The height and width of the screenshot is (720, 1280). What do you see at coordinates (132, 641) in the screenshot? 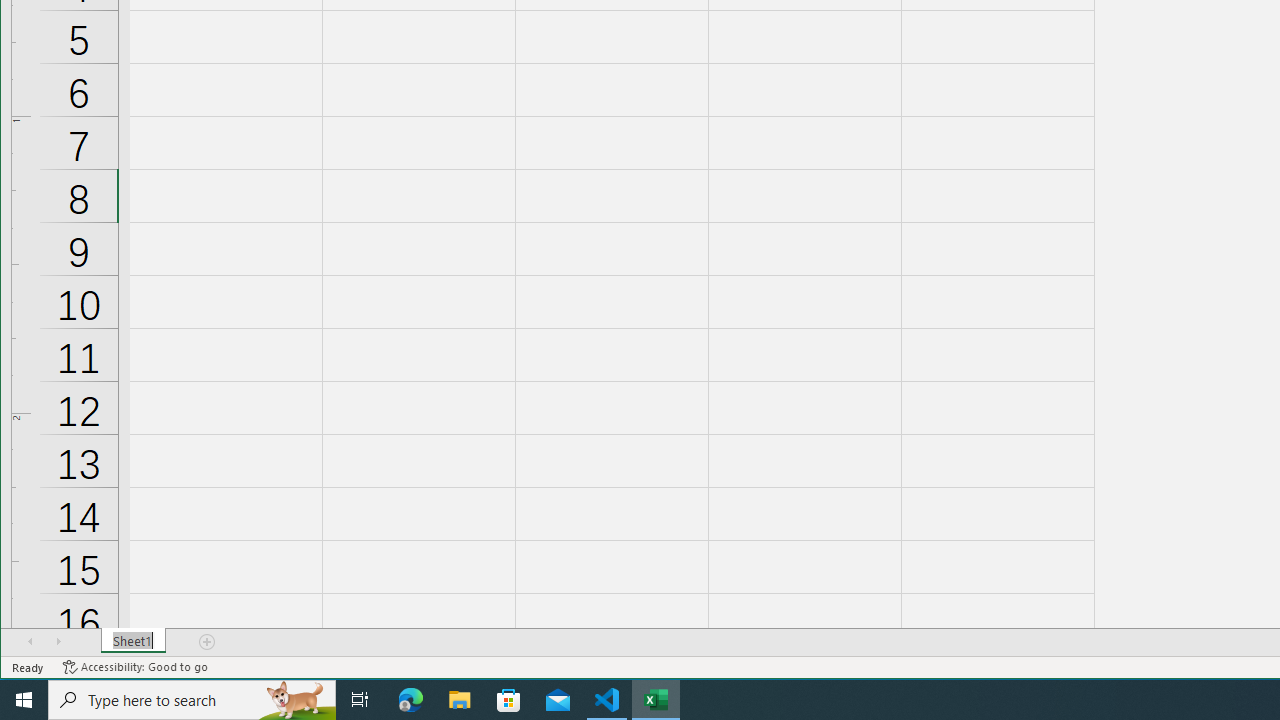
I see `'Sheet Tab'` at bounding box center [132, 641].